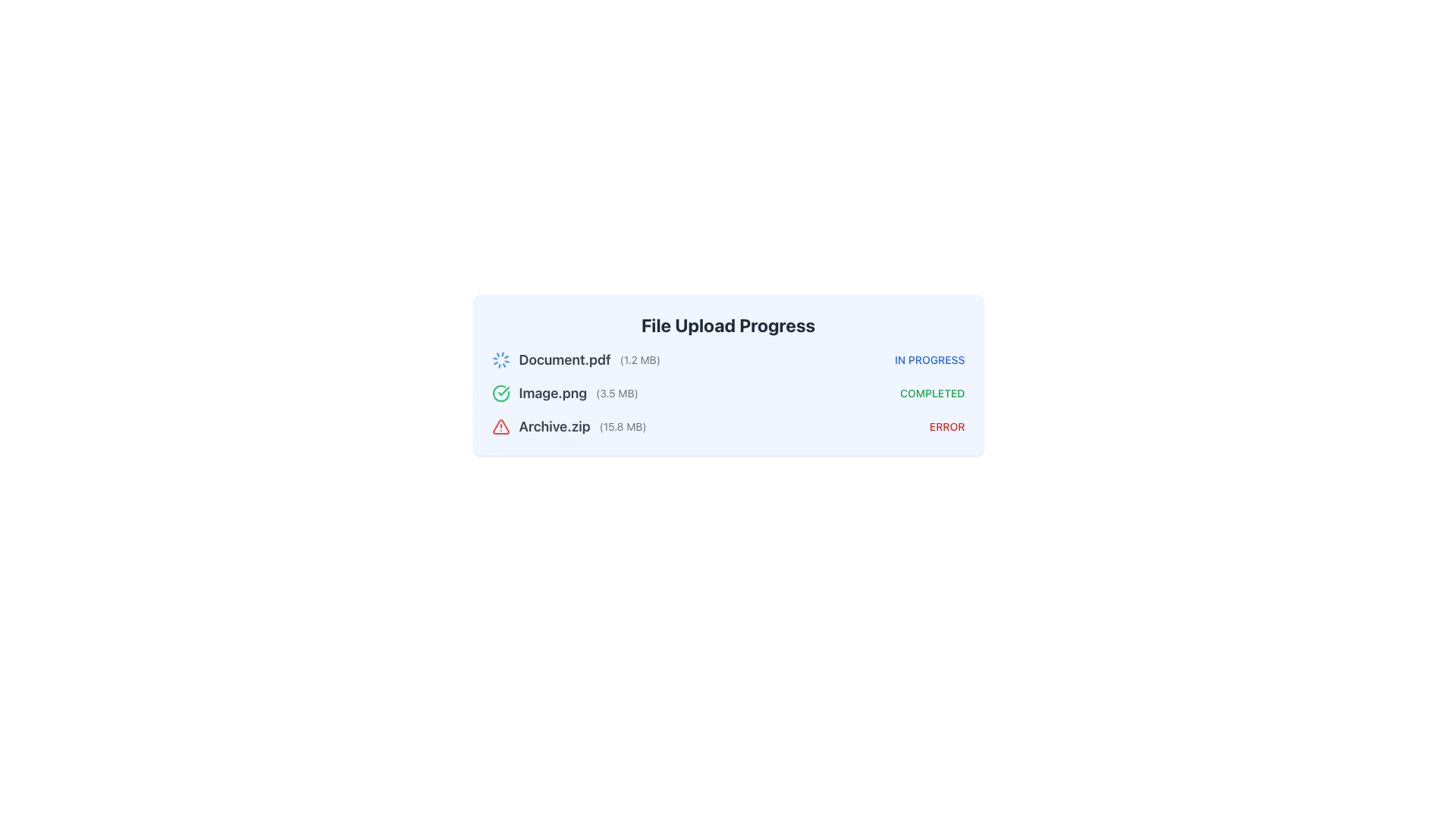 Image resolution: width=1456 pixels, height=819 pixels. I want to click on the 'ERROR' text display, which is a bold red font indicating an urgent attention needed, located at the bottom right of the file upload status list, so click(946, 427).